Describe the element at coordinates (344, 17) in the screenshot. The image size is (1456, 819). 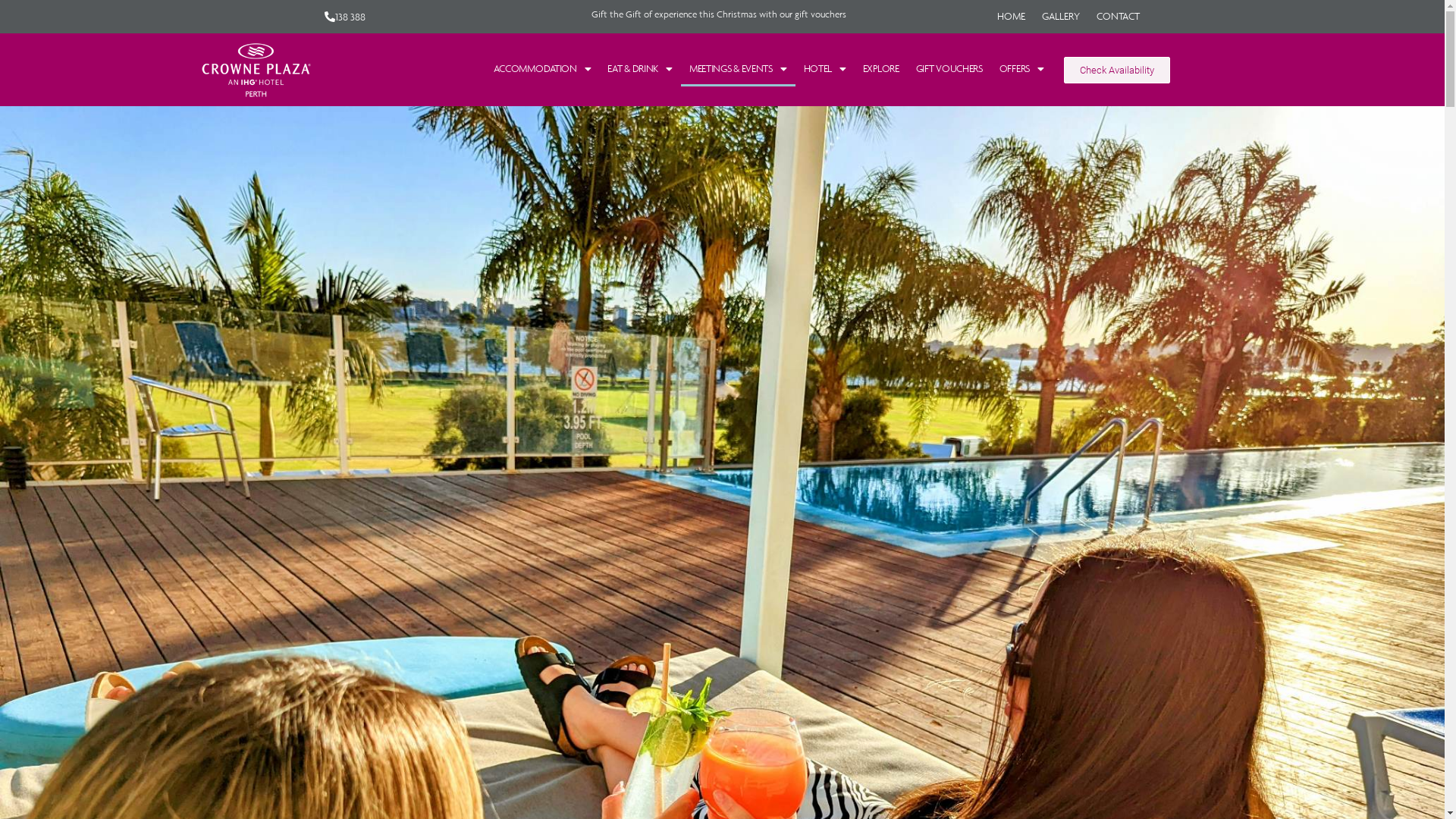
I see `'138 388'` at that location.